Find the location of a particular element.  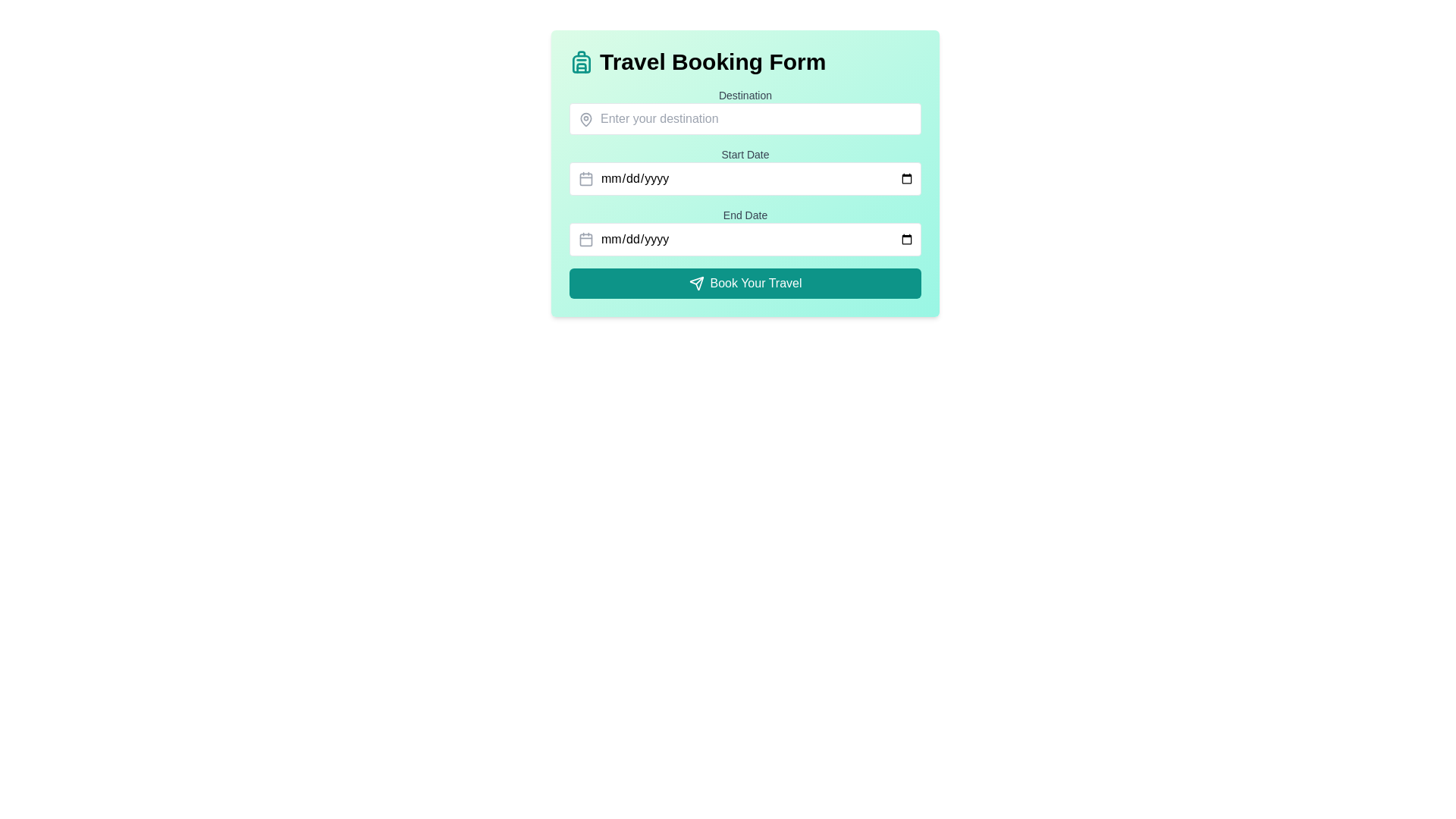

the text label that serves as a contextual instruction for the input field below, which is centered horizontally and positioned just above an input field with a calendar icon is located at coordinates (745, 155).